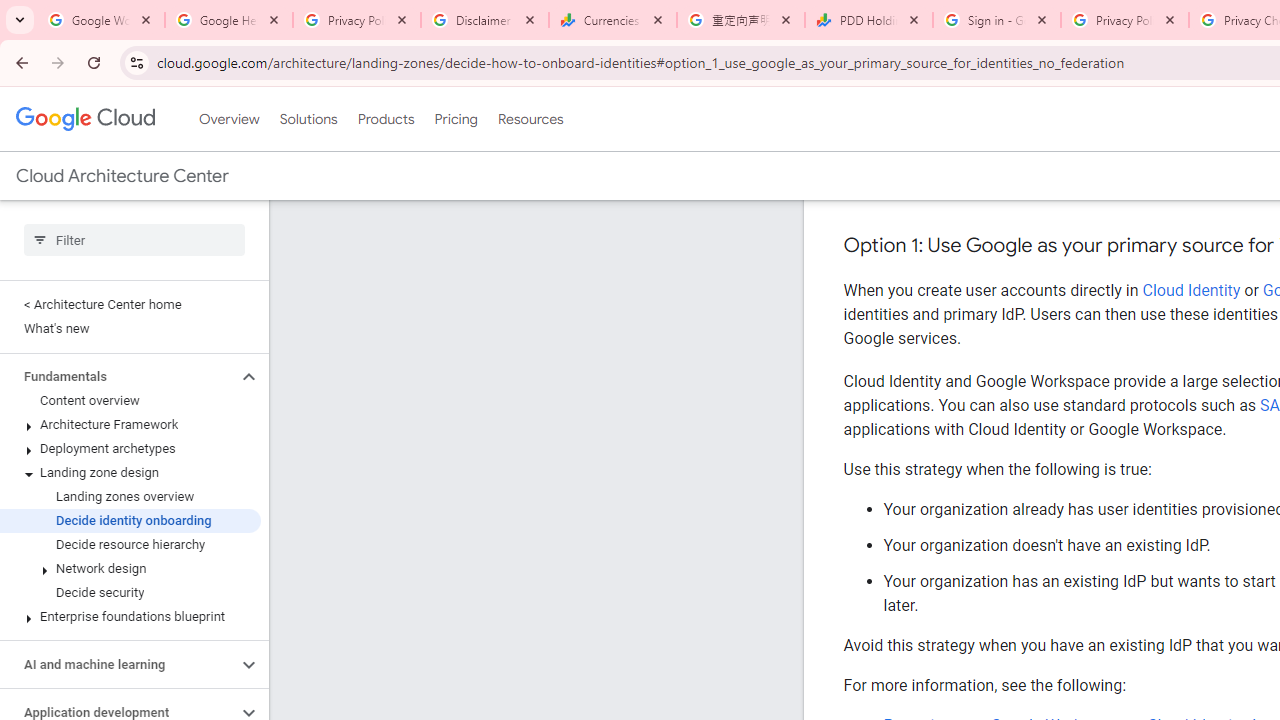  Describe the element at coordinates (129, 304) in the screenshot. I see `'< Architecture Center home'` at that location.